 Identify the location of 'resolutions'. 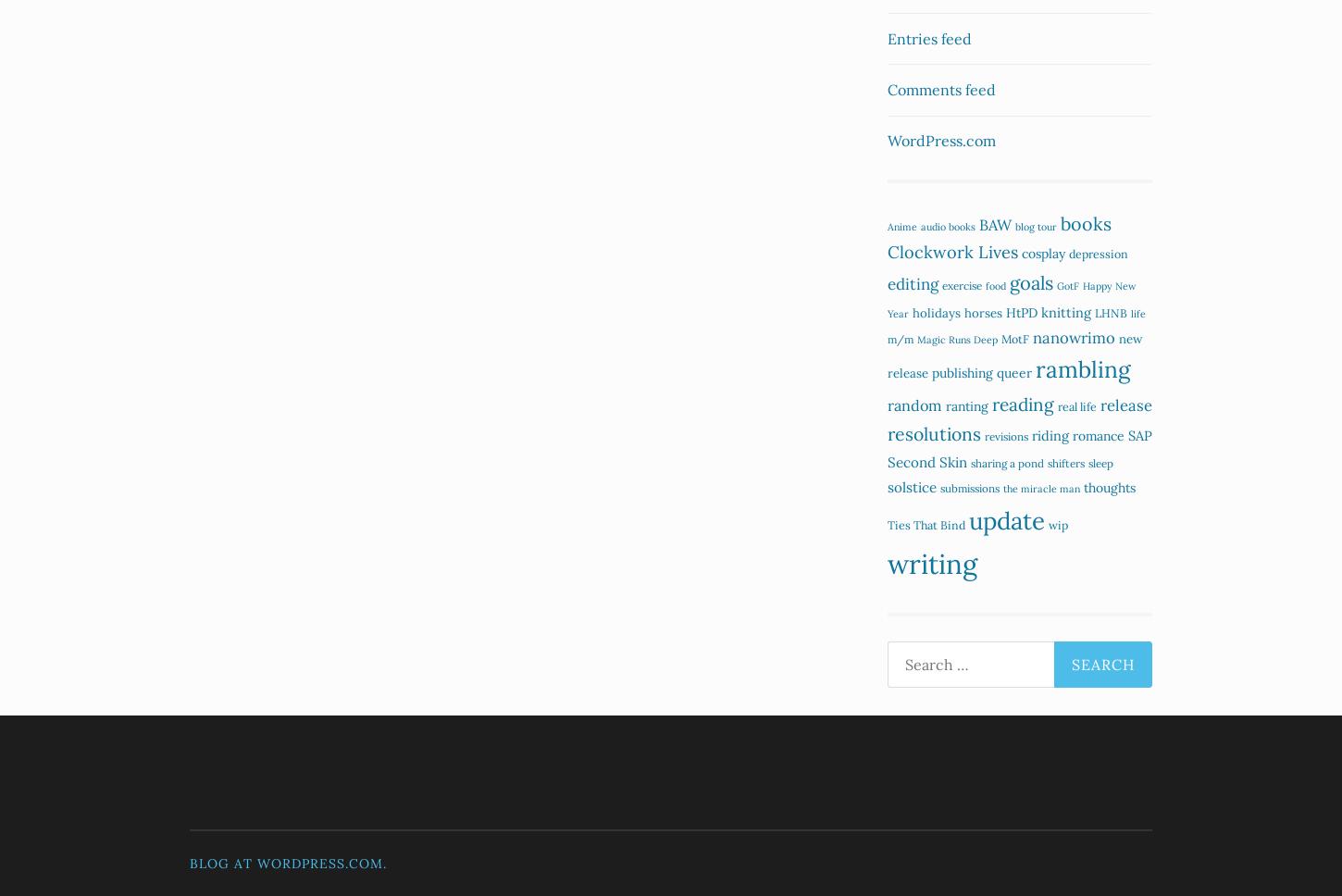
(934, 432).